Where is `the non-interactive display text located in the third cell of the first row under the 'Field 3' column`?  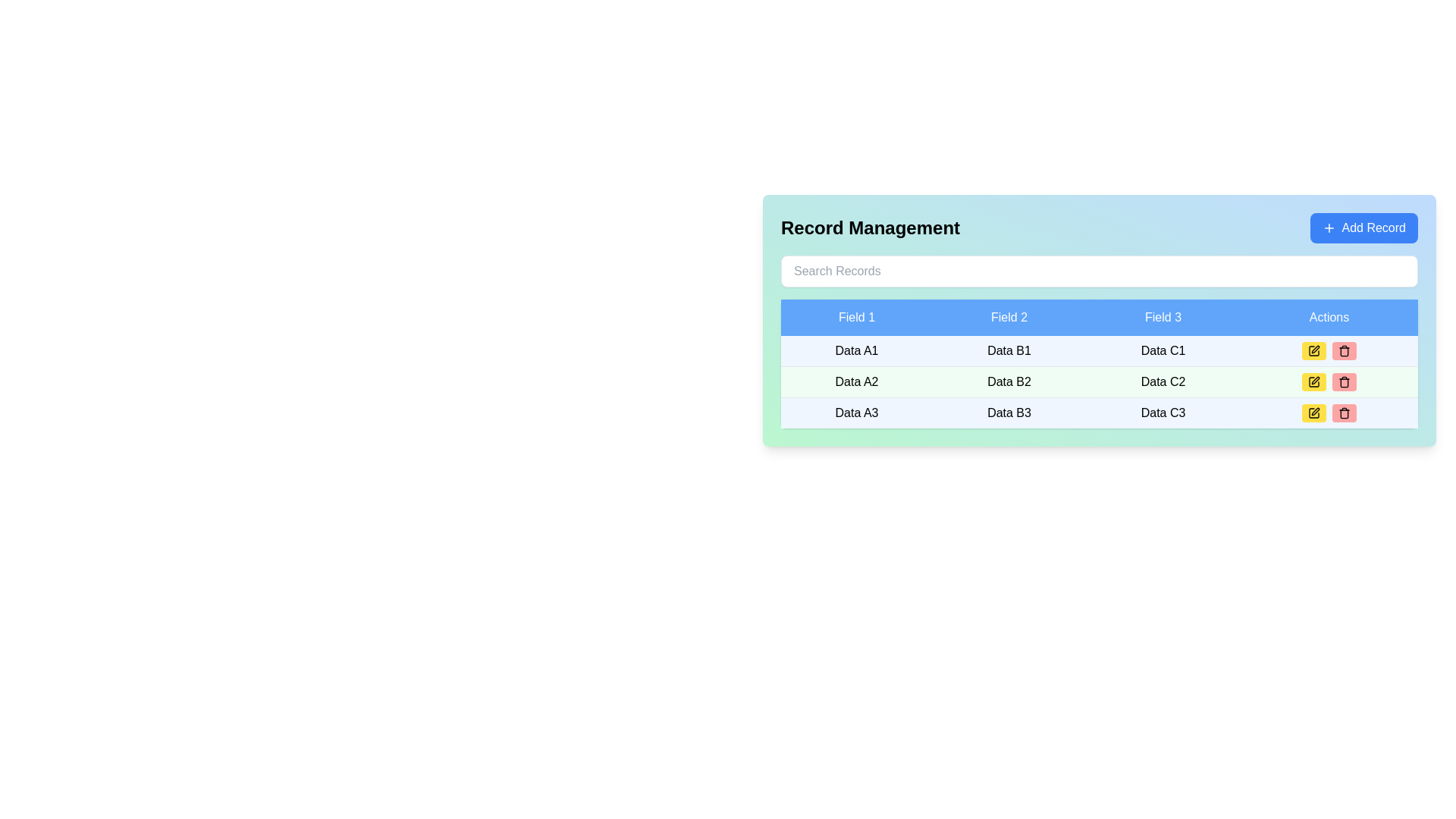
the non-interactive display text located in the third cell of the first row under the 'Field 3' column is located at coordinates (1163, 351).